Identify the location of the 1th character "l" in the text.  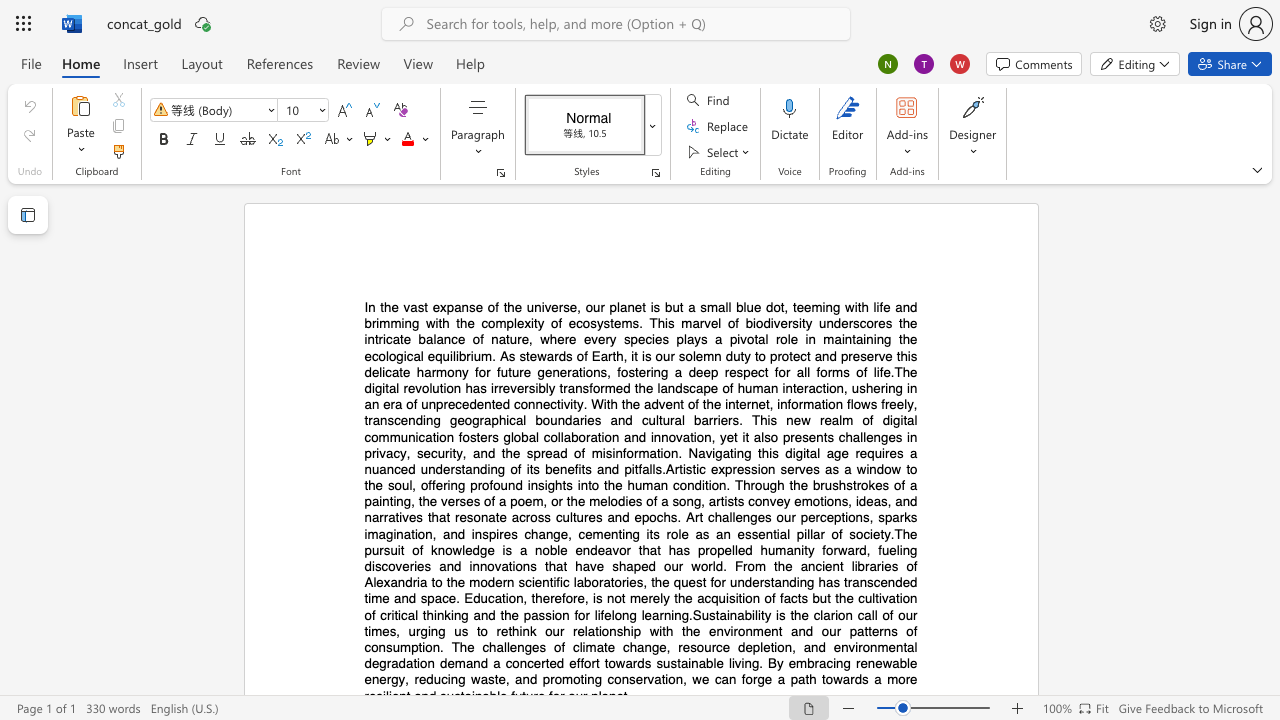
(643, 614).